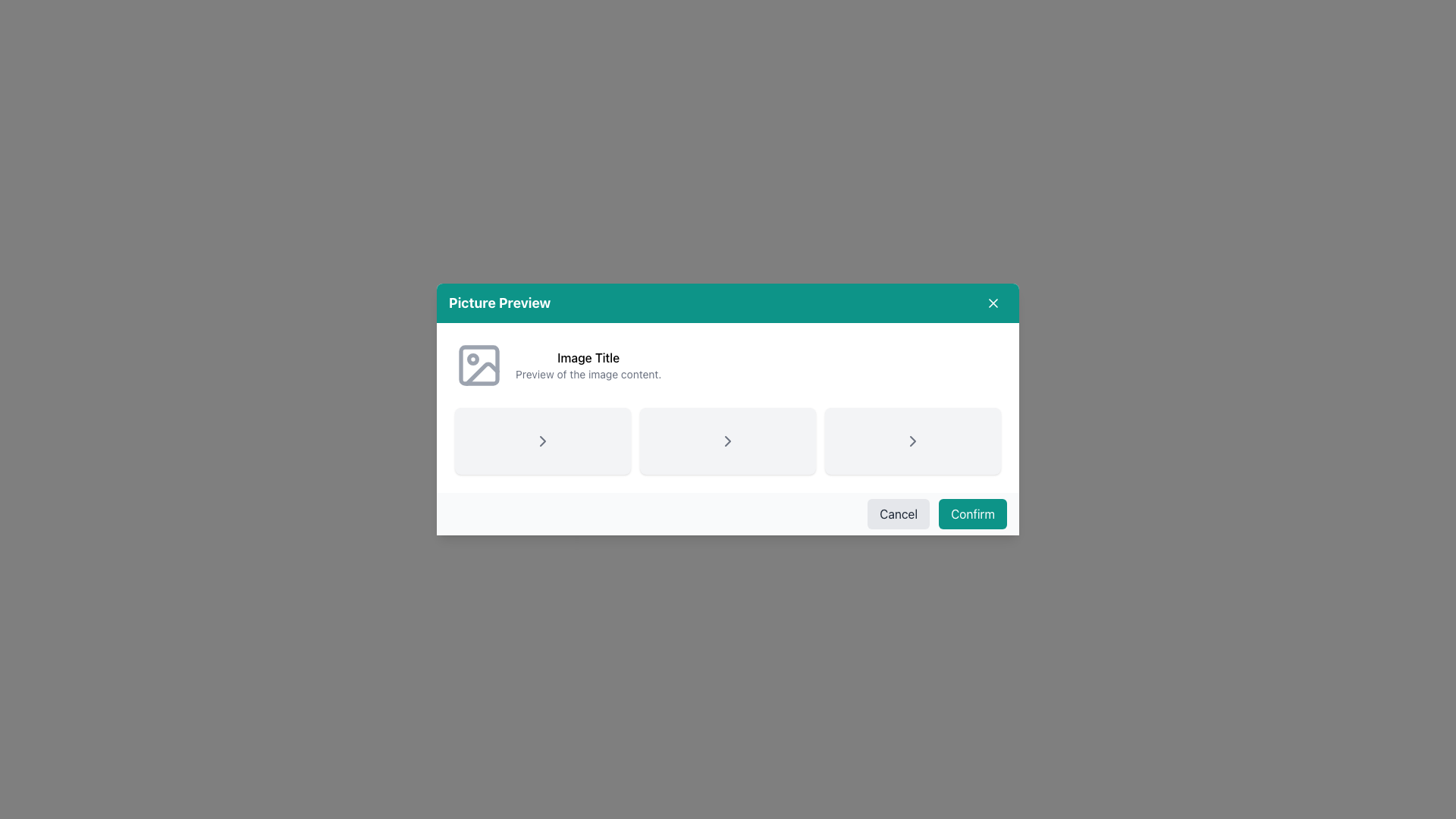  Describe the element at coordinates (728, 441) in the screenshot. I see `the central chevron (right arrow) icon used for navigation located in the middle region of the dialog box` at that location.